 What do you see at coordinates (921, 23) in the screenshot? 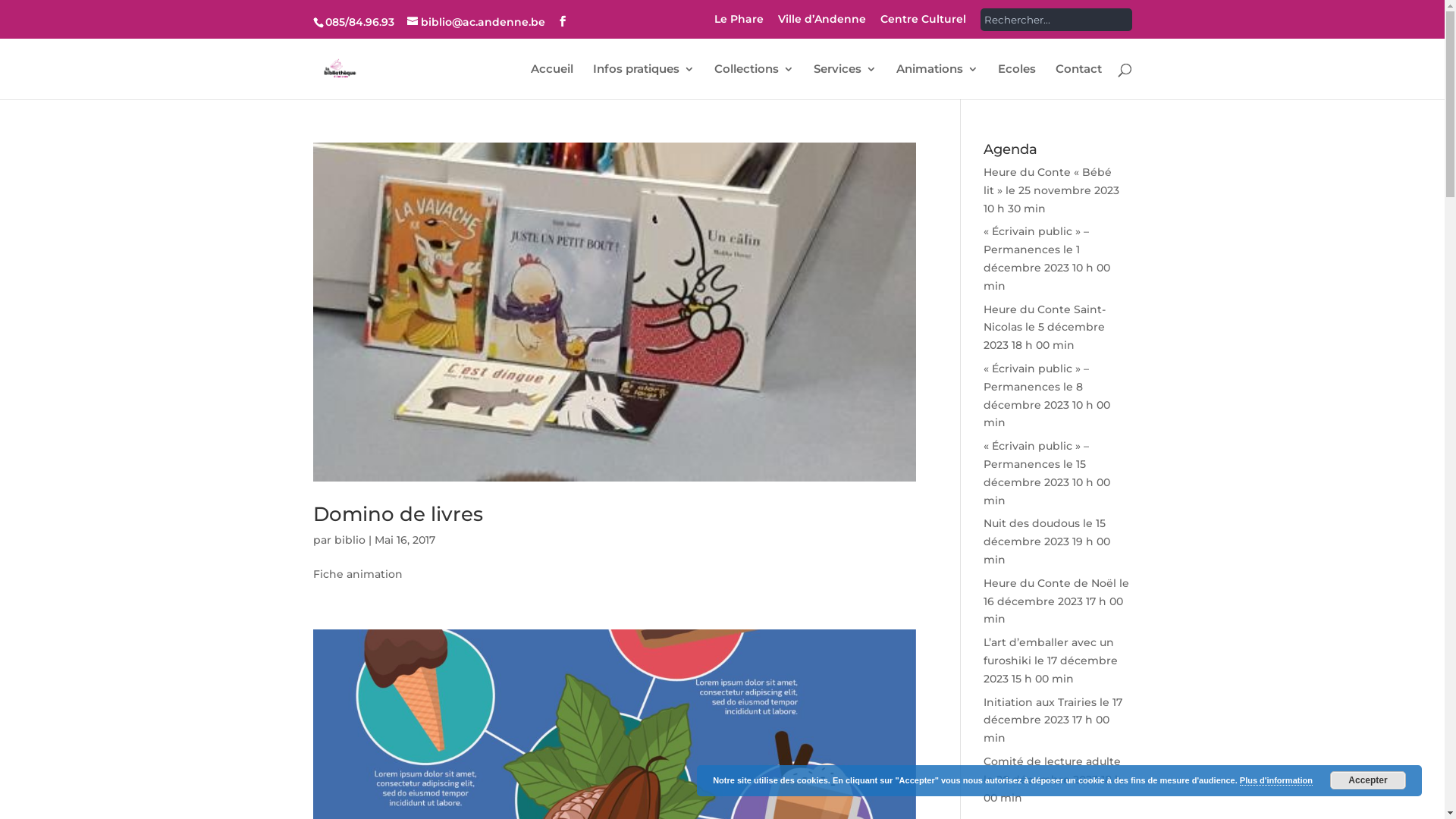
I see `'Centre Culturel'` at bounding box center [921, 23].